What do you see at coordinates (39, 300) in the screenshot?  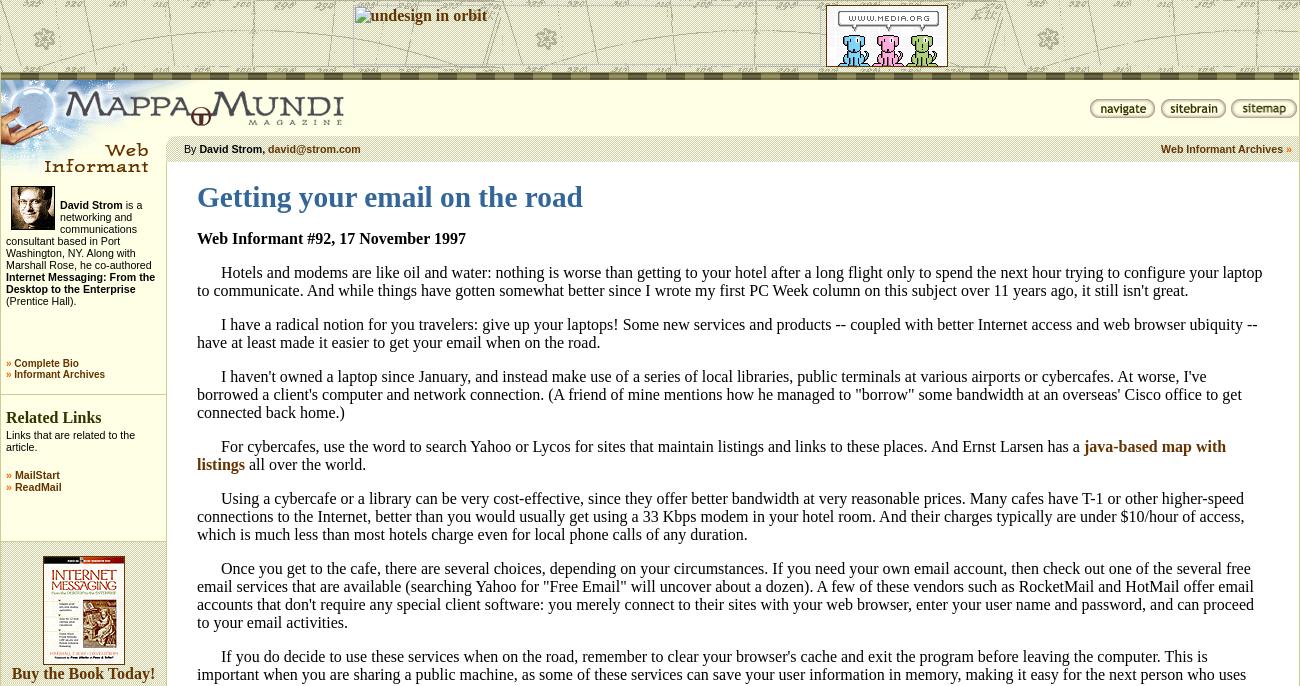 I see `'(Prentice  Hall).'` at bounding box center [39, 300].